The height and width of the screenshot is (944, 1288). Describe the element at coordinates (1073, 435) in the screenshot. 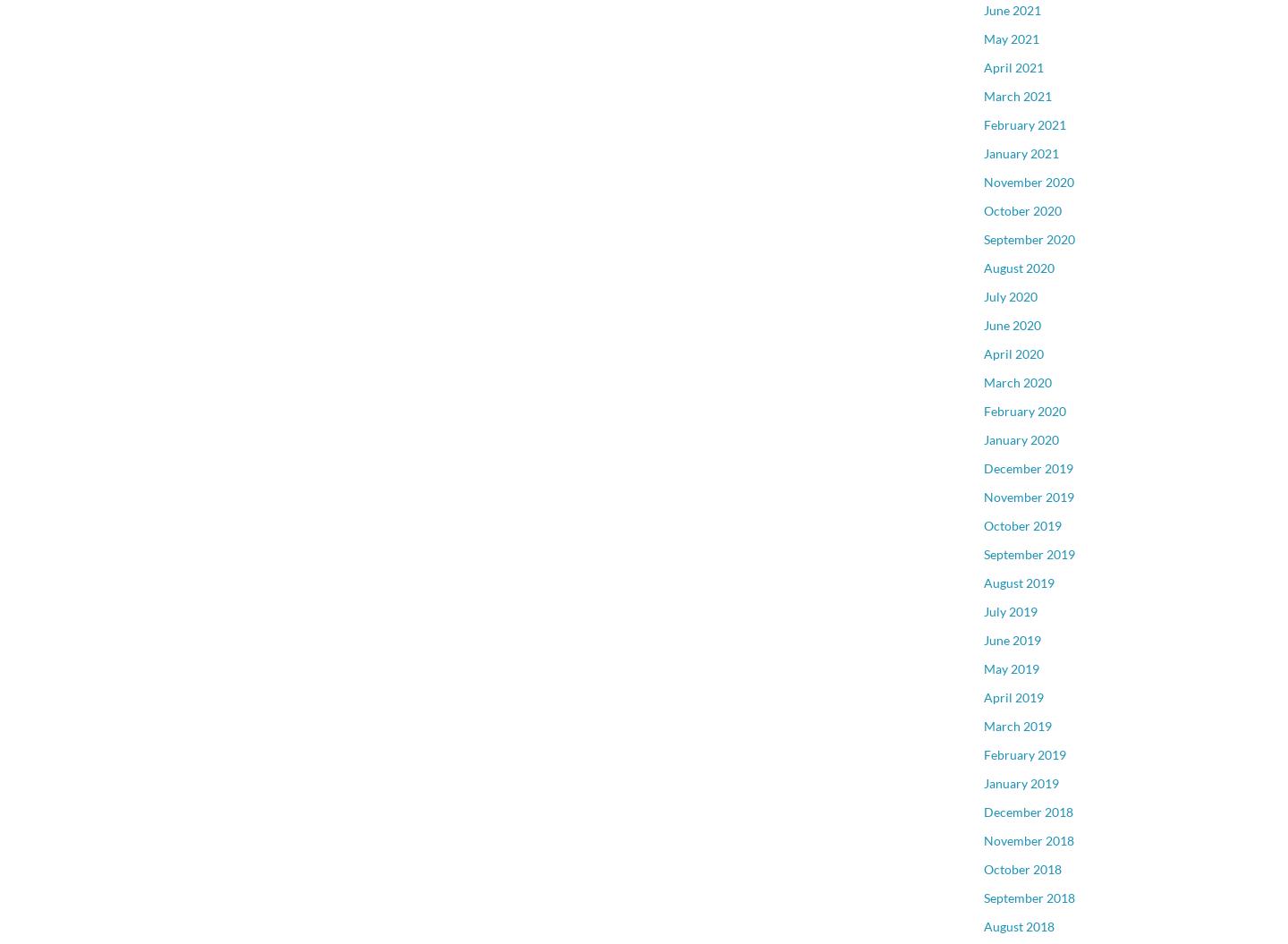

I see `'West Newton, Surrey Real Estate'` at that location.